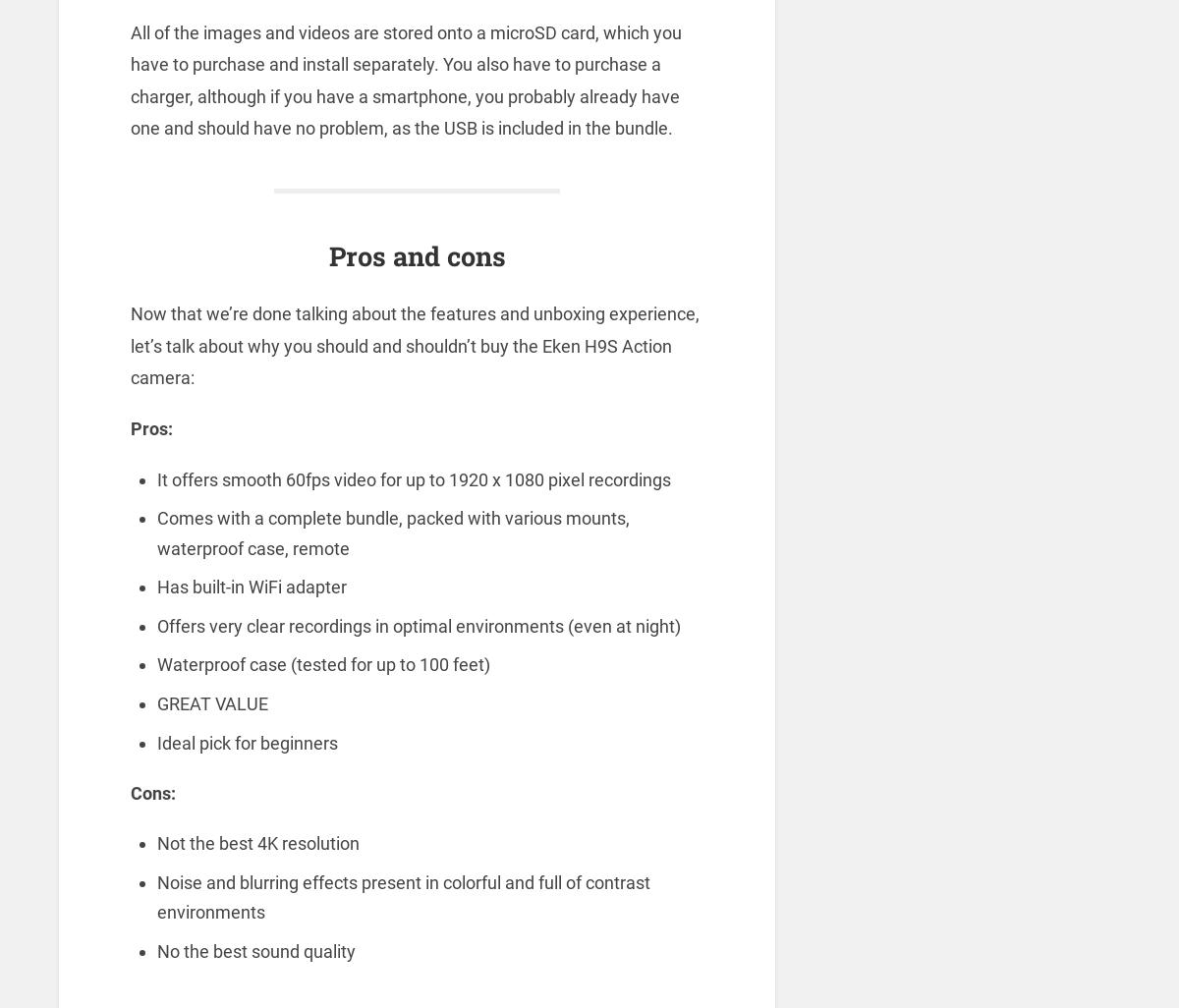 The height and width of the screenshot is (1008, 1179). I want to click on 'Not the best 4K resolution', so click(255, 843).